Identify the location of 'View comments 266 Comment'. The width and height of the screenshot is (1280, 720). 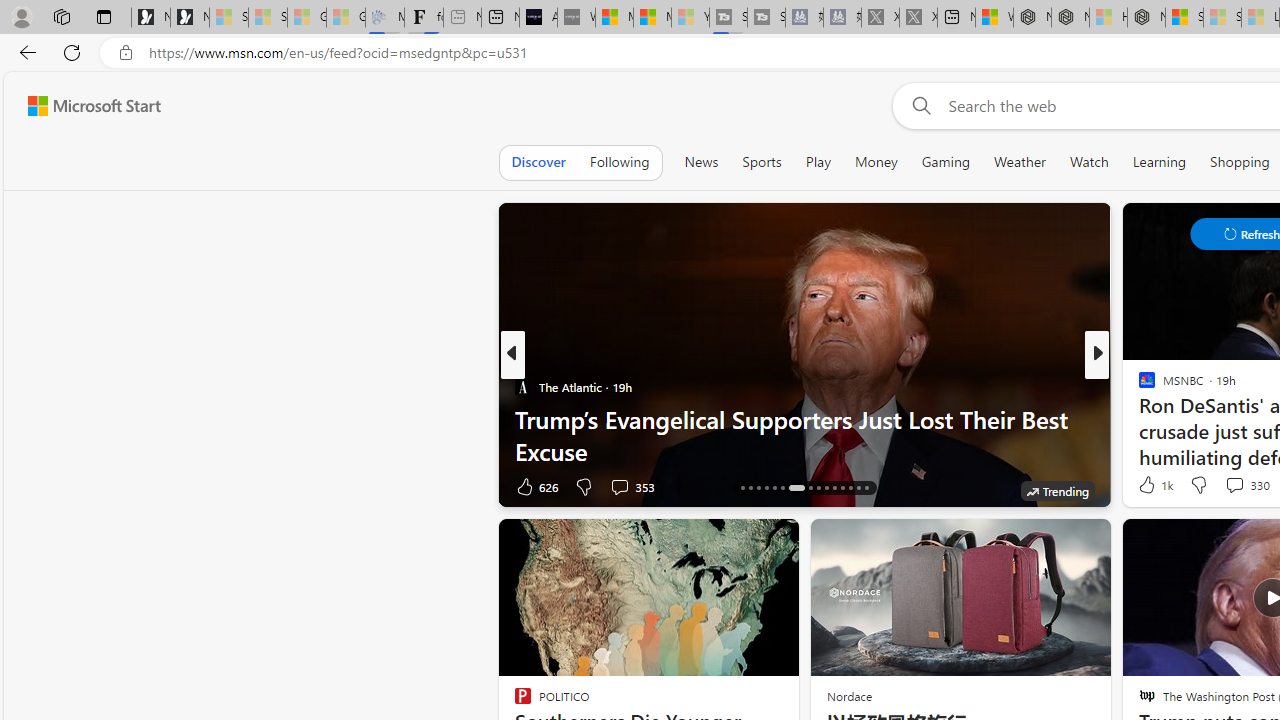
(1247, 486).